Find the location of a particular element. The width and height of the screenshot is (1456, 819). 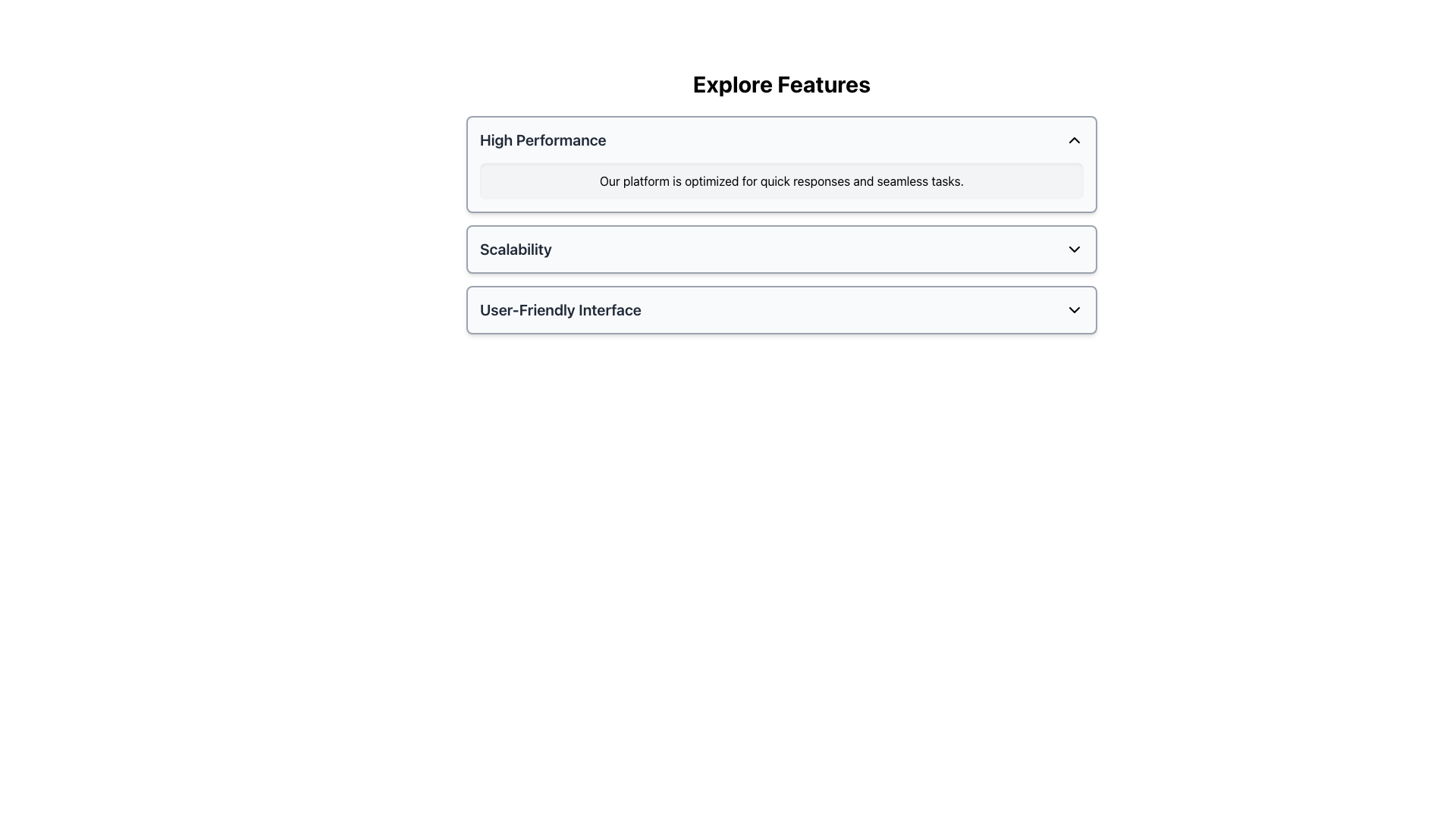

the toggle icon located at the rightmost side of the 'High Performance' section header is located at coordinates (1073, 140).